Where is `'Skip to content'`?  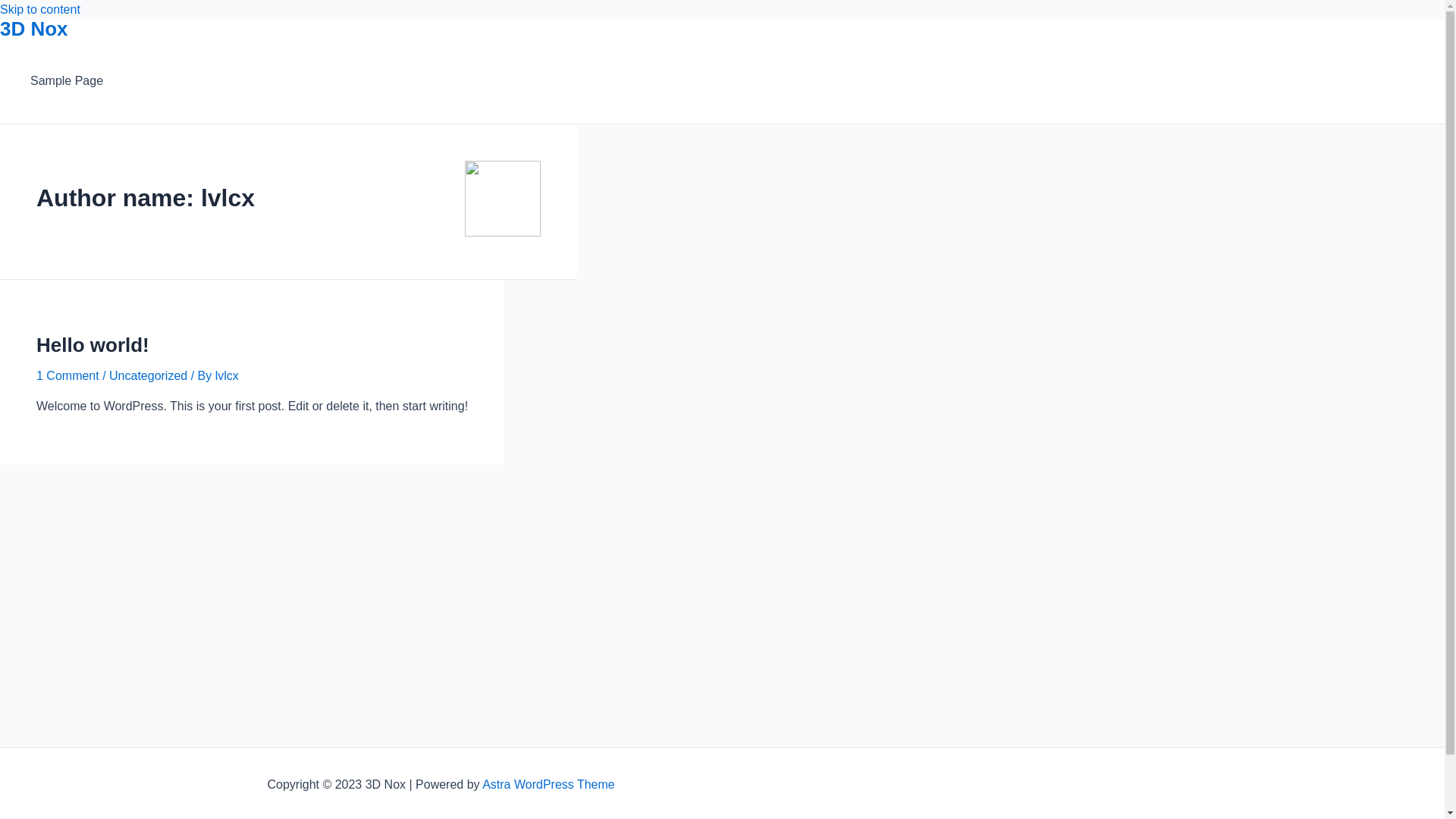 'Skip to content' is located at coordinates (39, 9).